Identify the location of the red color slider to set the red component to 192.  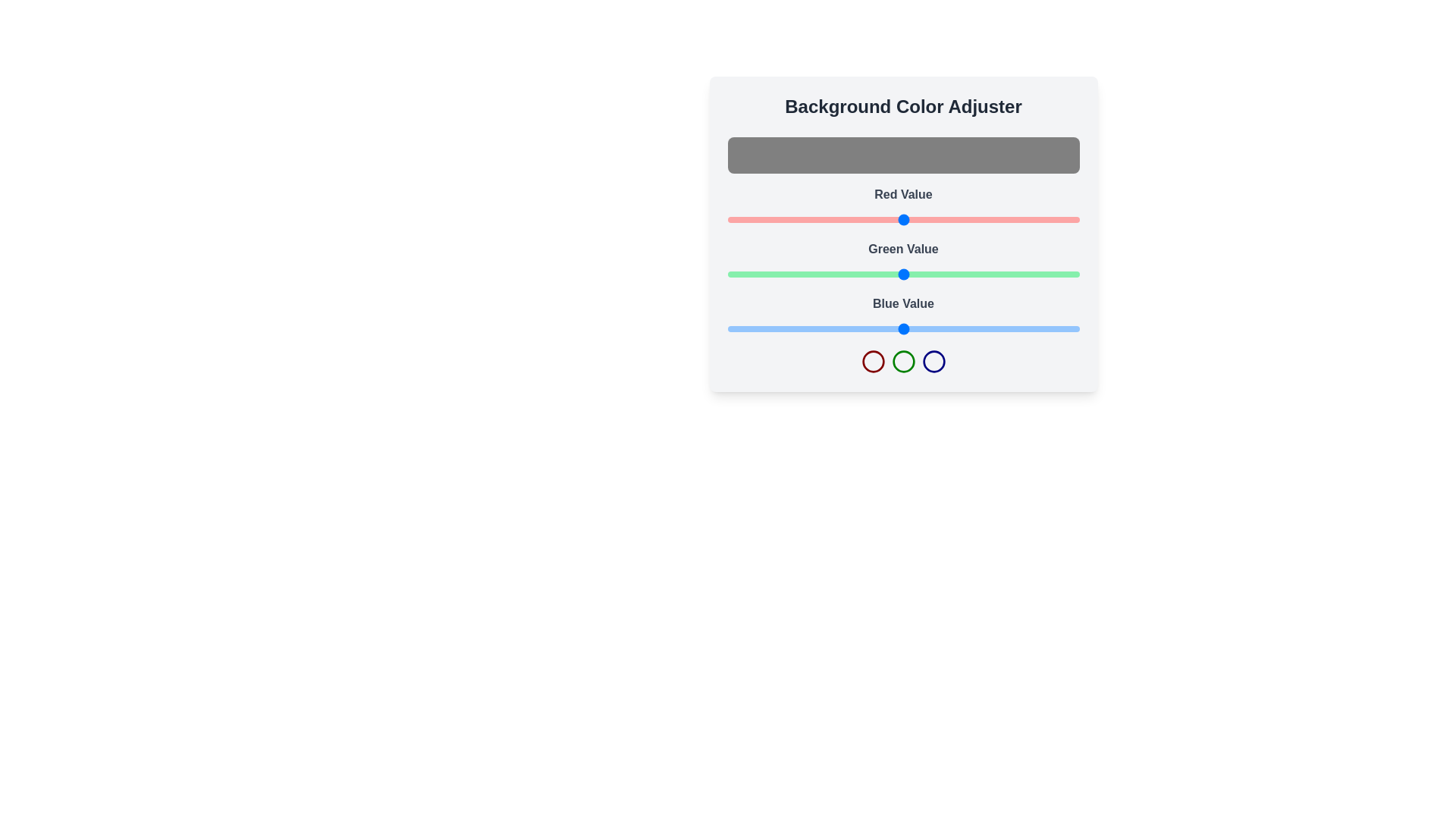
(992, 219).